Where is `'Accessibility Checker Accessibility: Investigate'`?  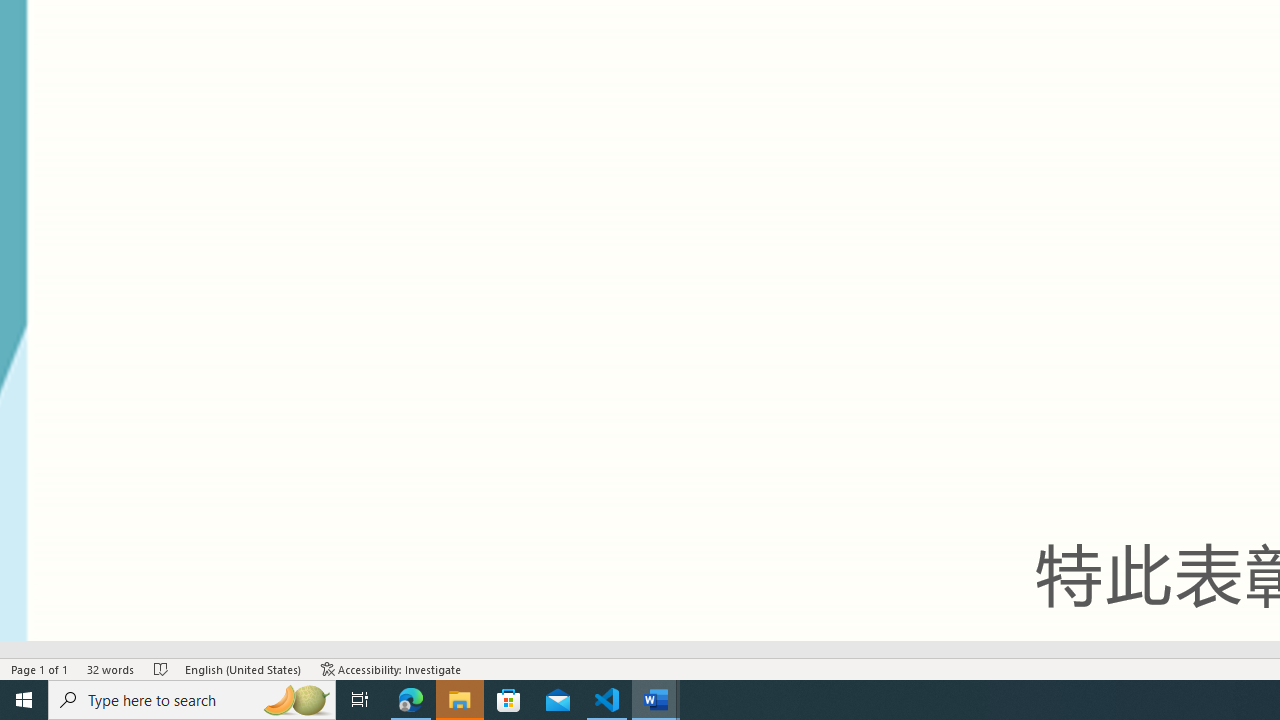
'Accessibility Checker Accessibility: Investigate' is located at coordinates (391, 669).